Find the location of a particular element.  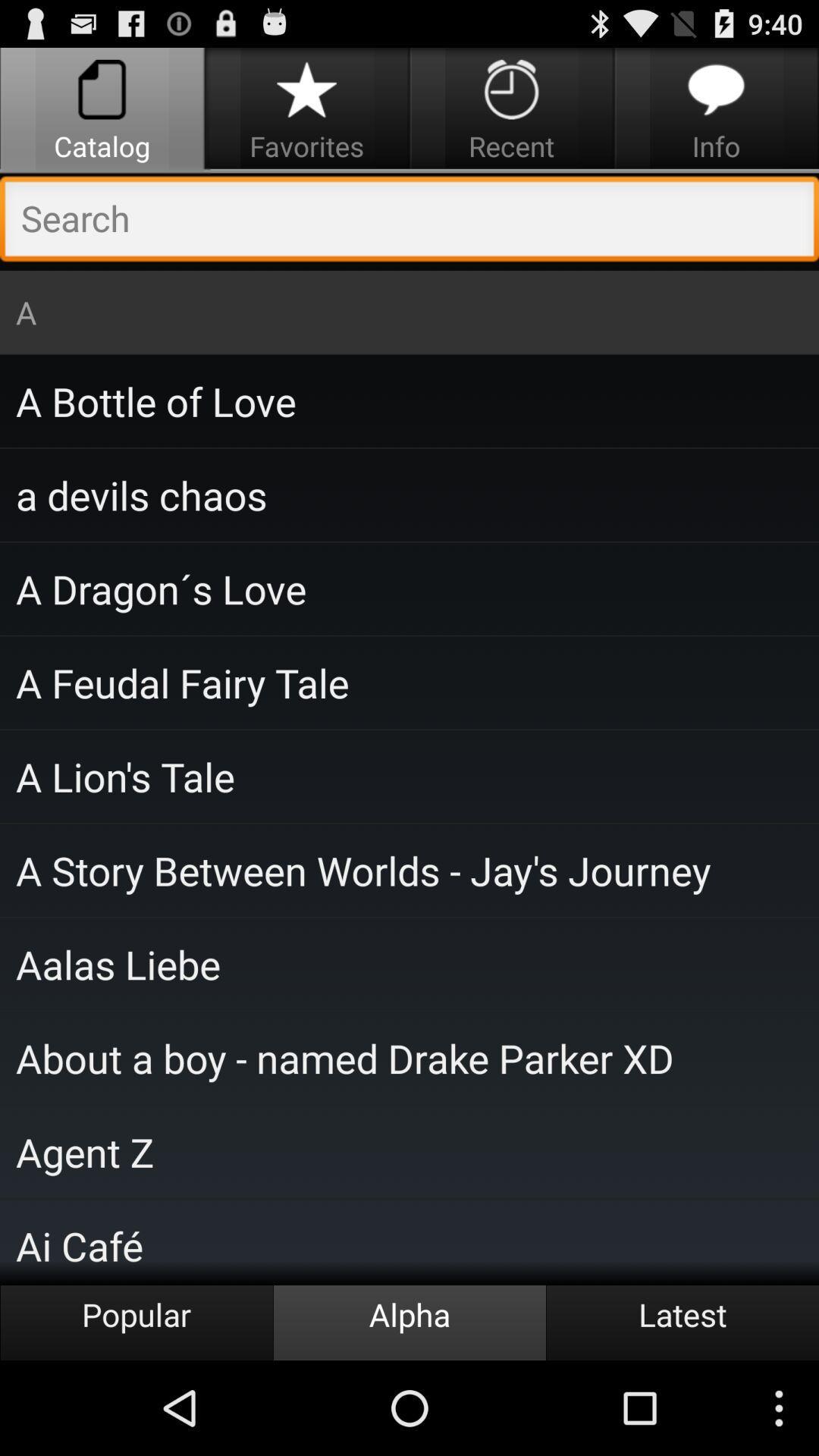

the latest item is located at coordinates (681, 1322).